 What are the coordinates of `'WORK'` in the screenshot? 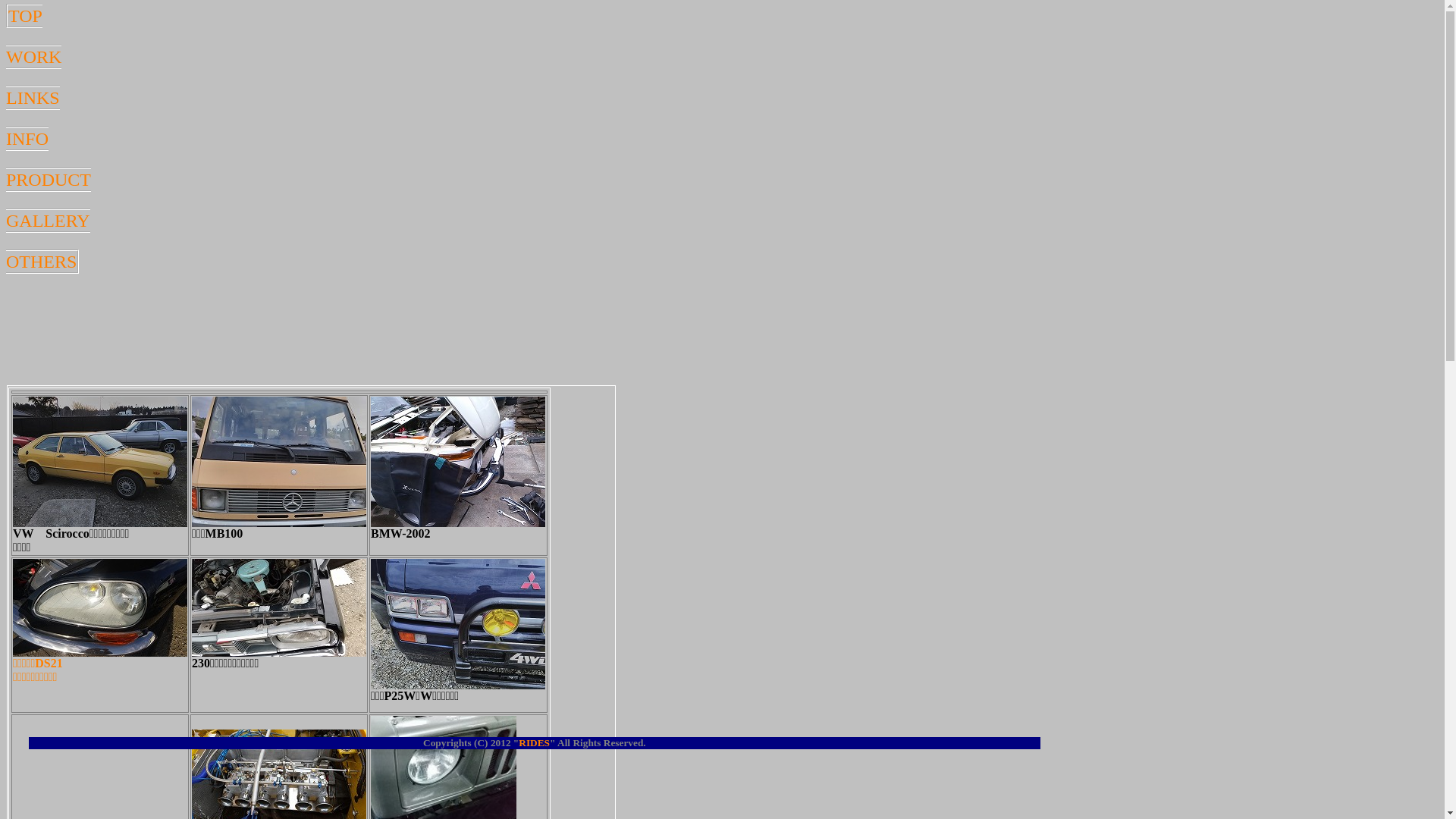 It's located at (33, 55).